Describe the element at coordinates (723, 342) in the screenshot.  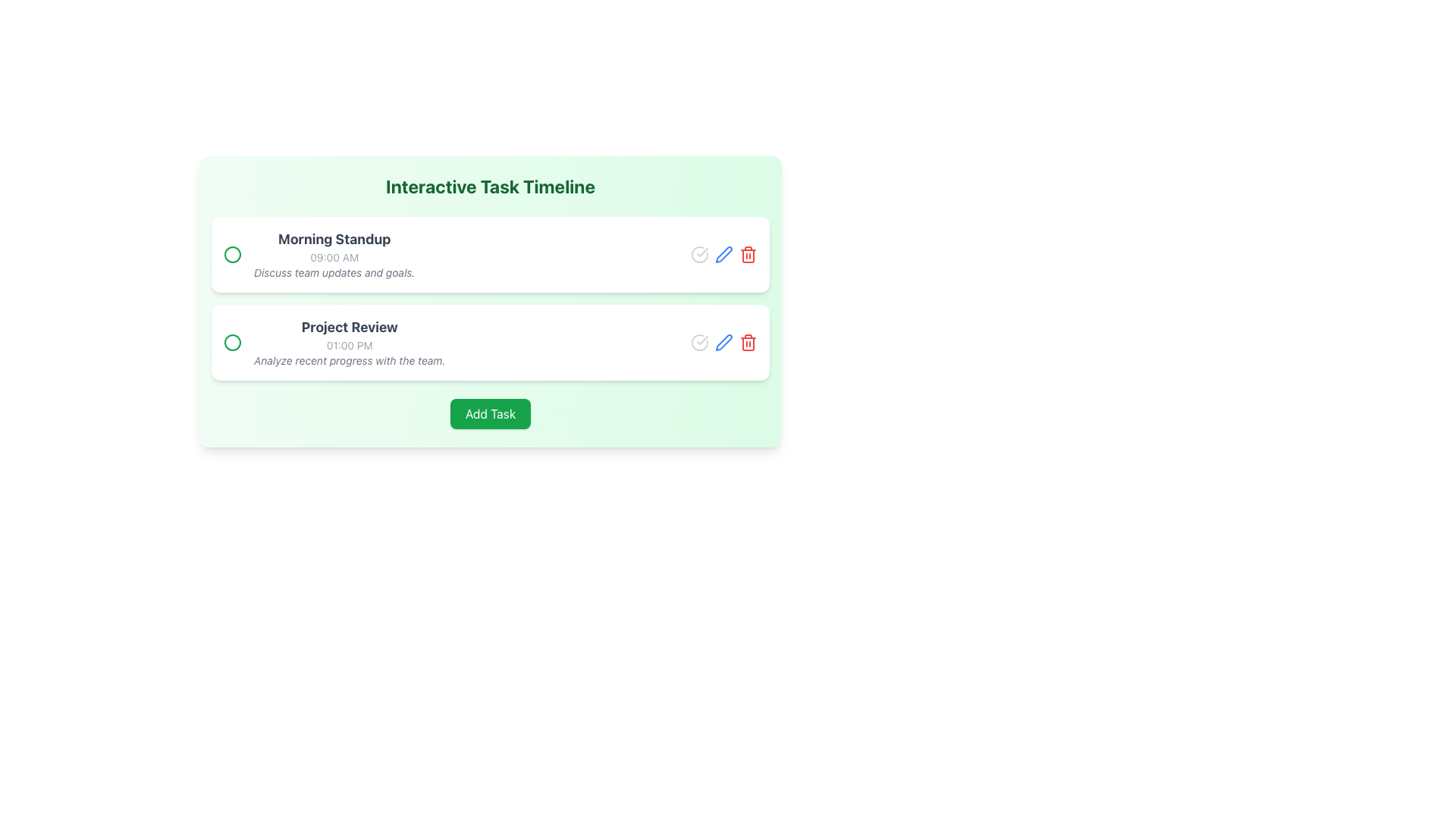
I see `the blue pen-shaped icon resembling an edit tool located in the horizontal row of actions for the 'Project Review' task` at that location.